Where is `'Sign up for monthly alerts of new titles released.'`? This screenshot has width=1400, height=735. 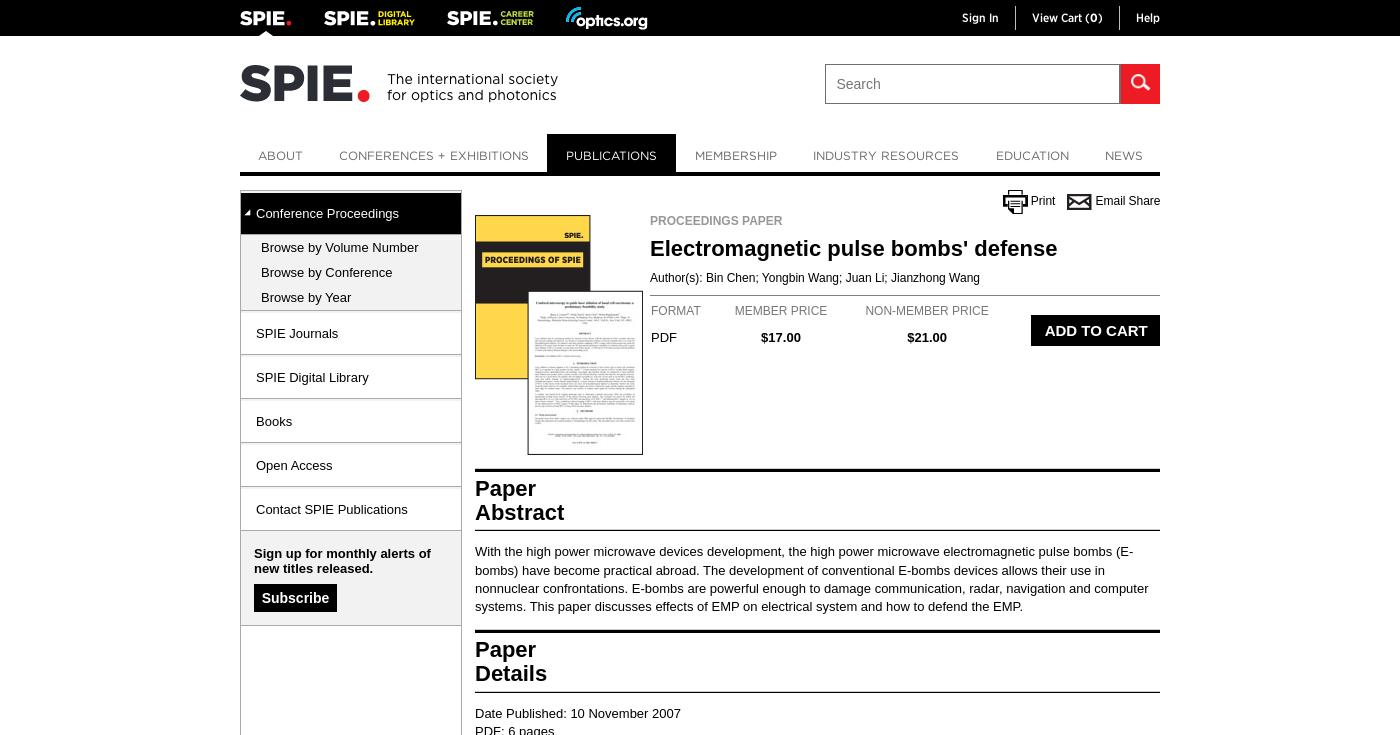
'Sign up for monthly alerts of new titles released.' is located at coordinates (342, 560).